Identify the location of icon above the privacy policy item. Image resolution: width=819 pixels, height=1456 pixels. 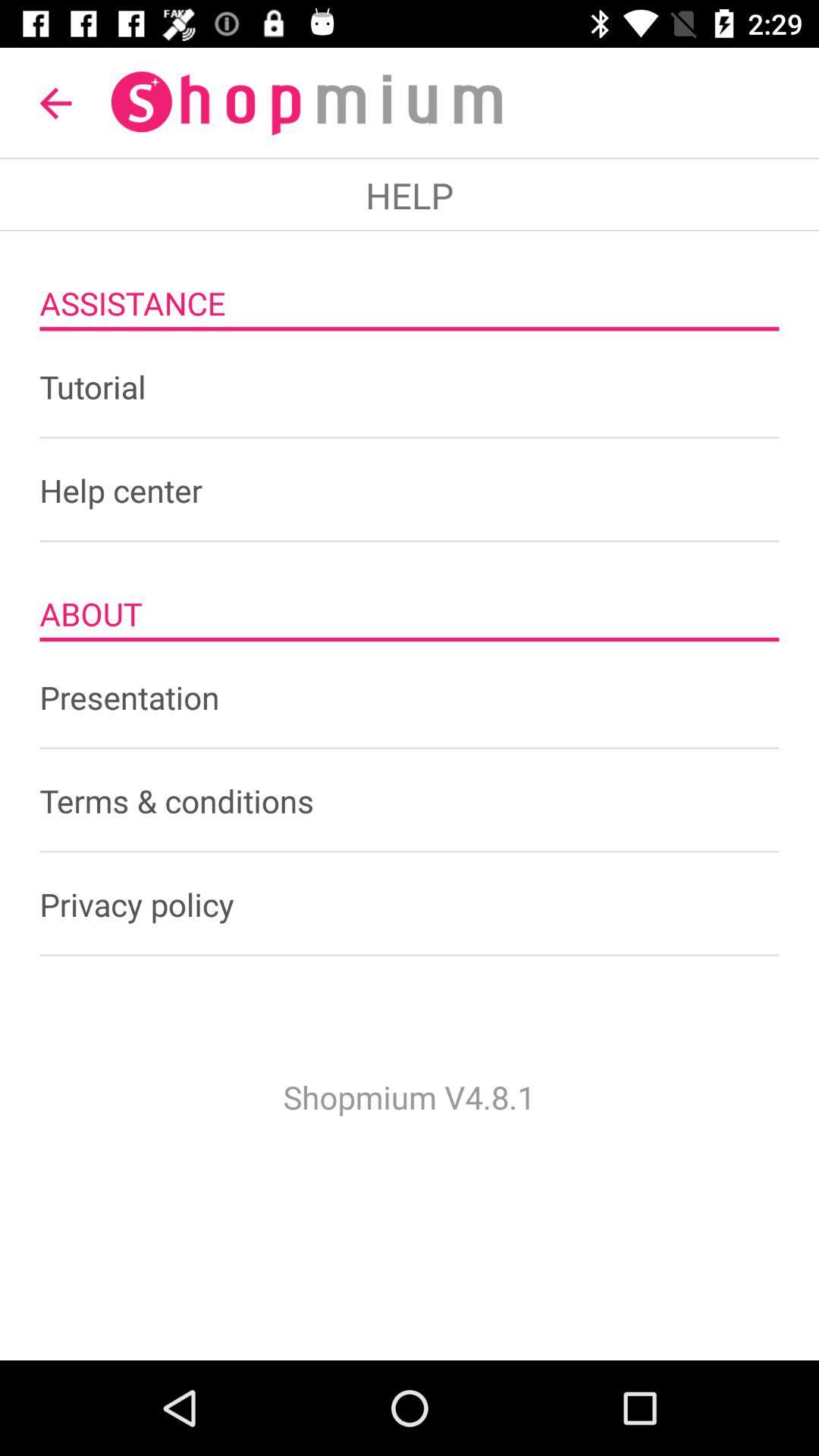
(409, 800).